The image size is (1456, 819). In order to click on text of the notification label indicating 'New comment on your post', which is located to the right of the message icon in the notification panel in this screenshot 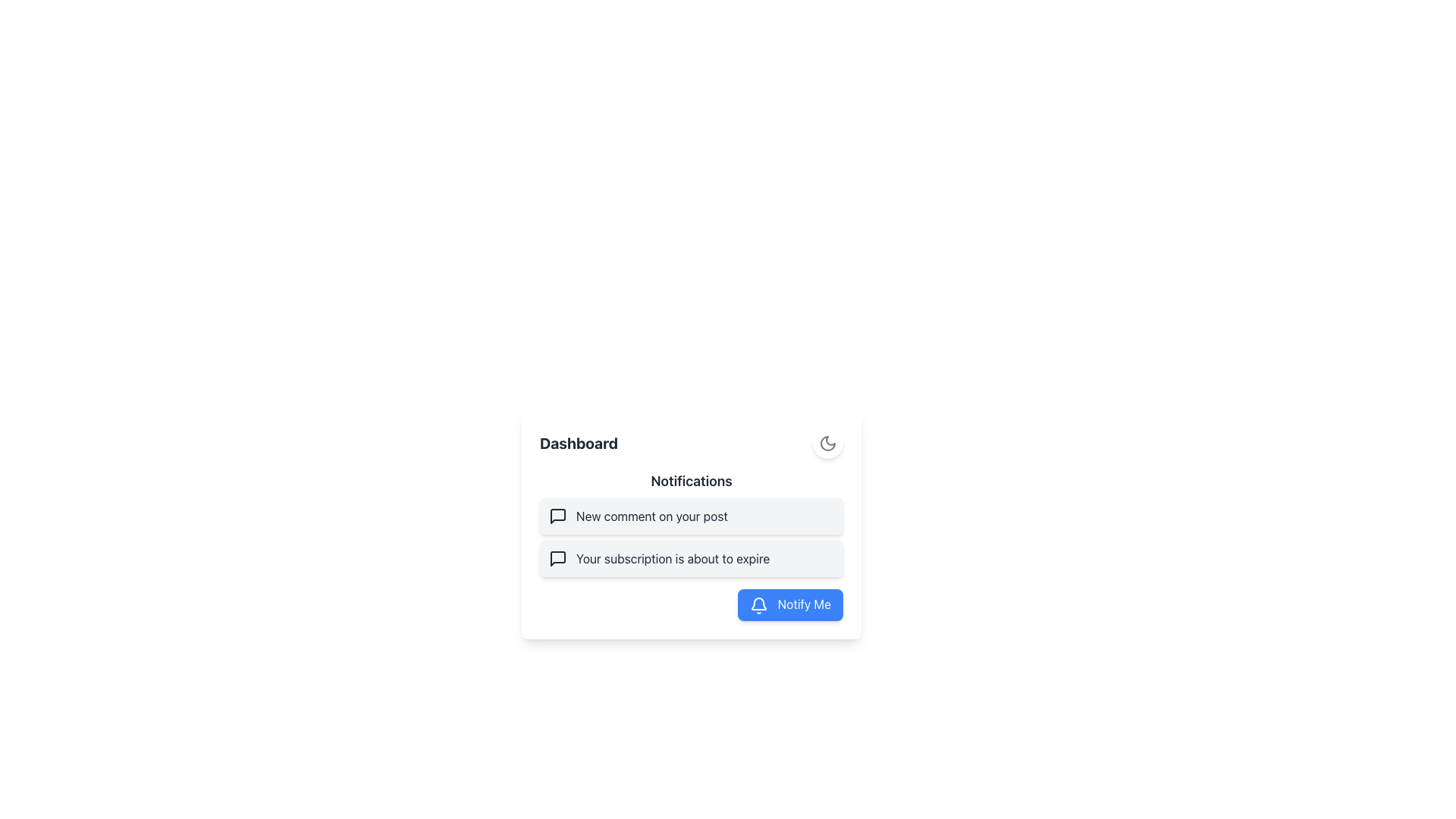, I will do `click(651, 516)`.